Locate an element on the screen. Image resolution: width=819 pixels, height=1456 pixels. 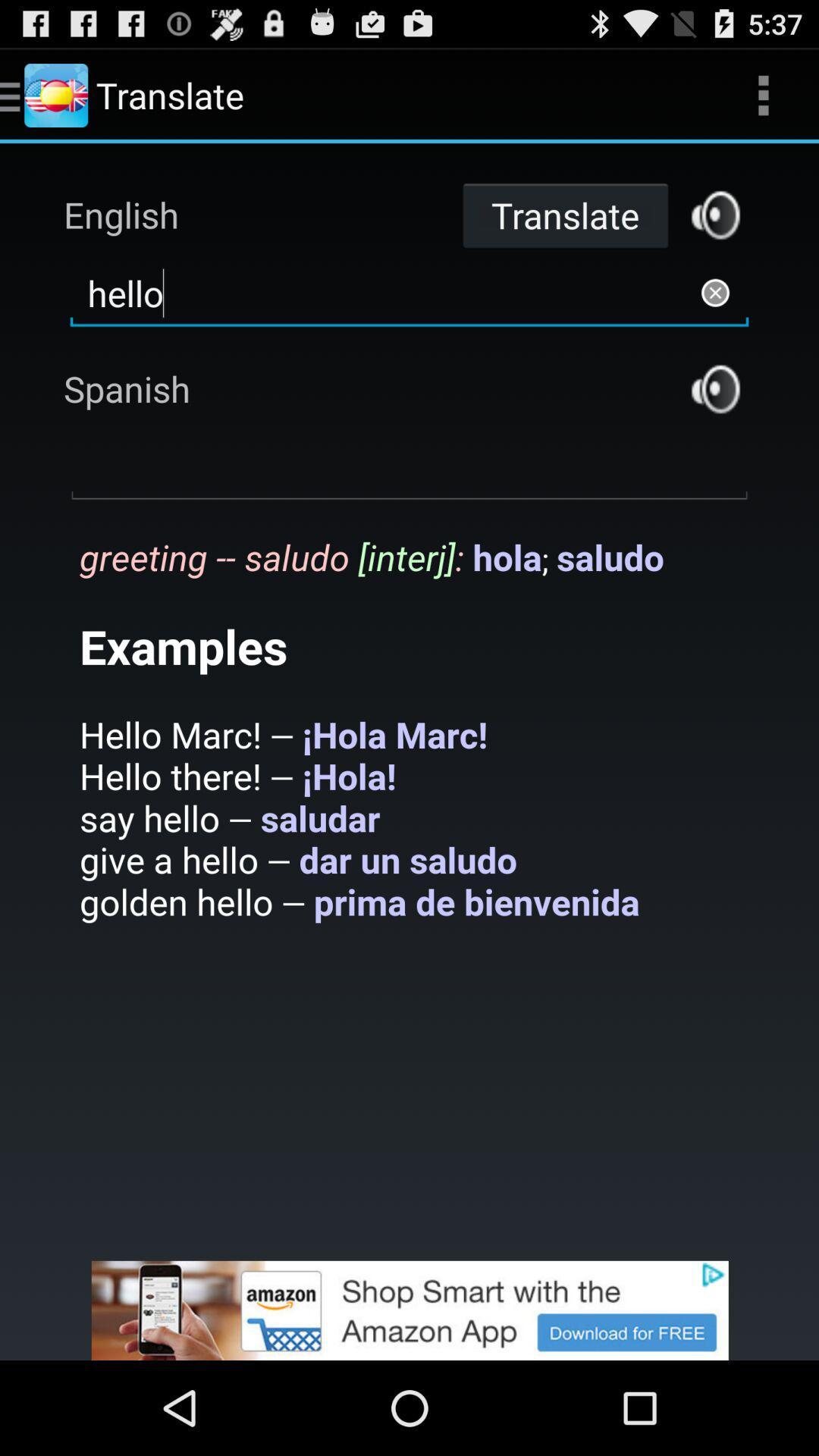
listen to translated audio is located at coordinates (715, 389).